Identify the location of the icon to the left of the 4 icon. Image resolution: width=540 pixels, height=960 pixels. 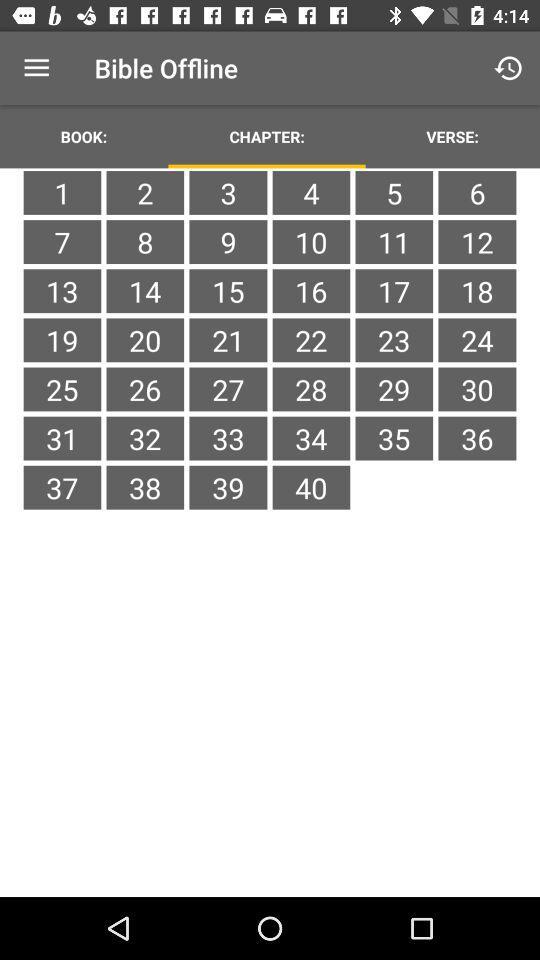
(227, 192).